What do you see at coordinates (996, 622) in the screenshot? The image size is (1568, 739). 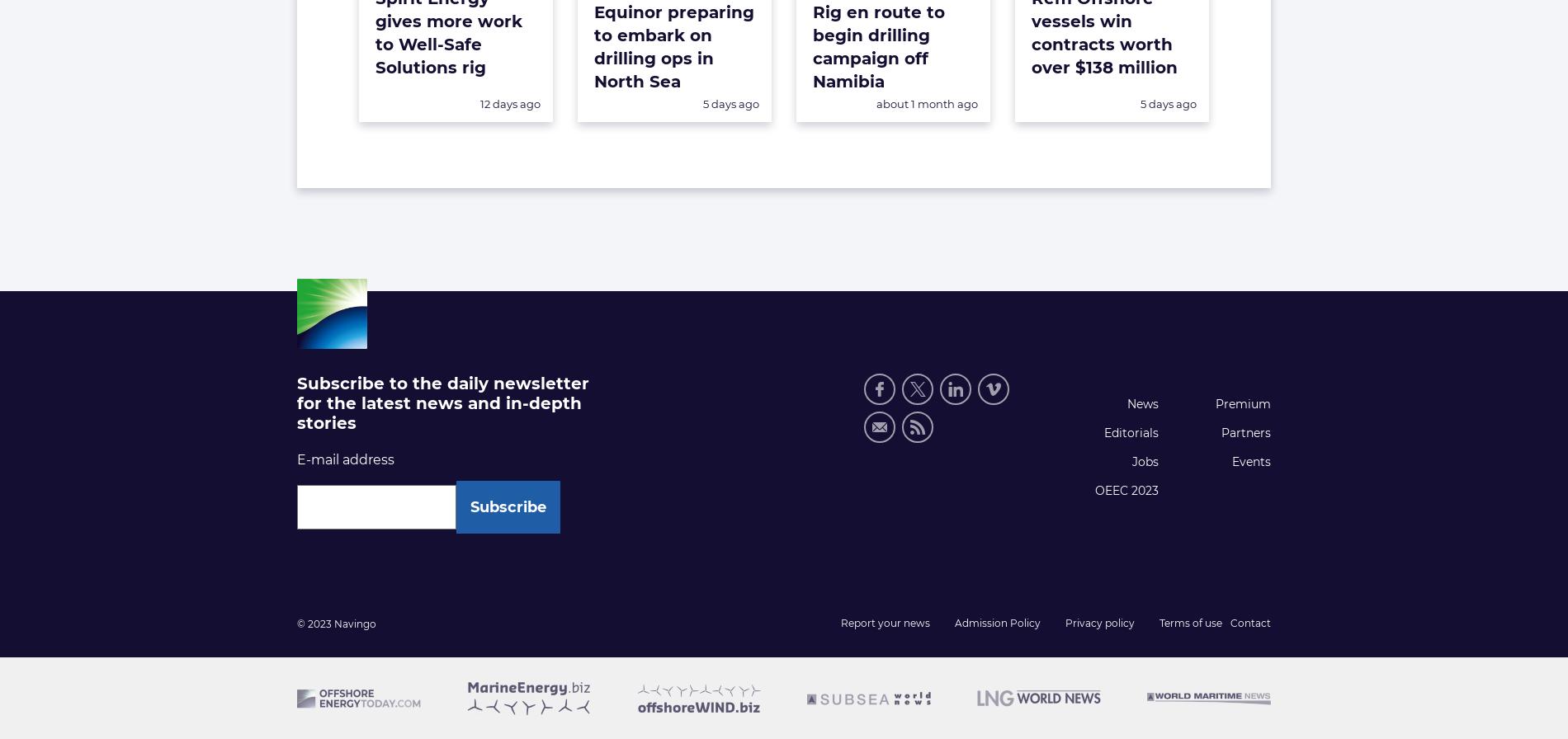 I see `'Admission Policy'` at bounding box center [996, 622].